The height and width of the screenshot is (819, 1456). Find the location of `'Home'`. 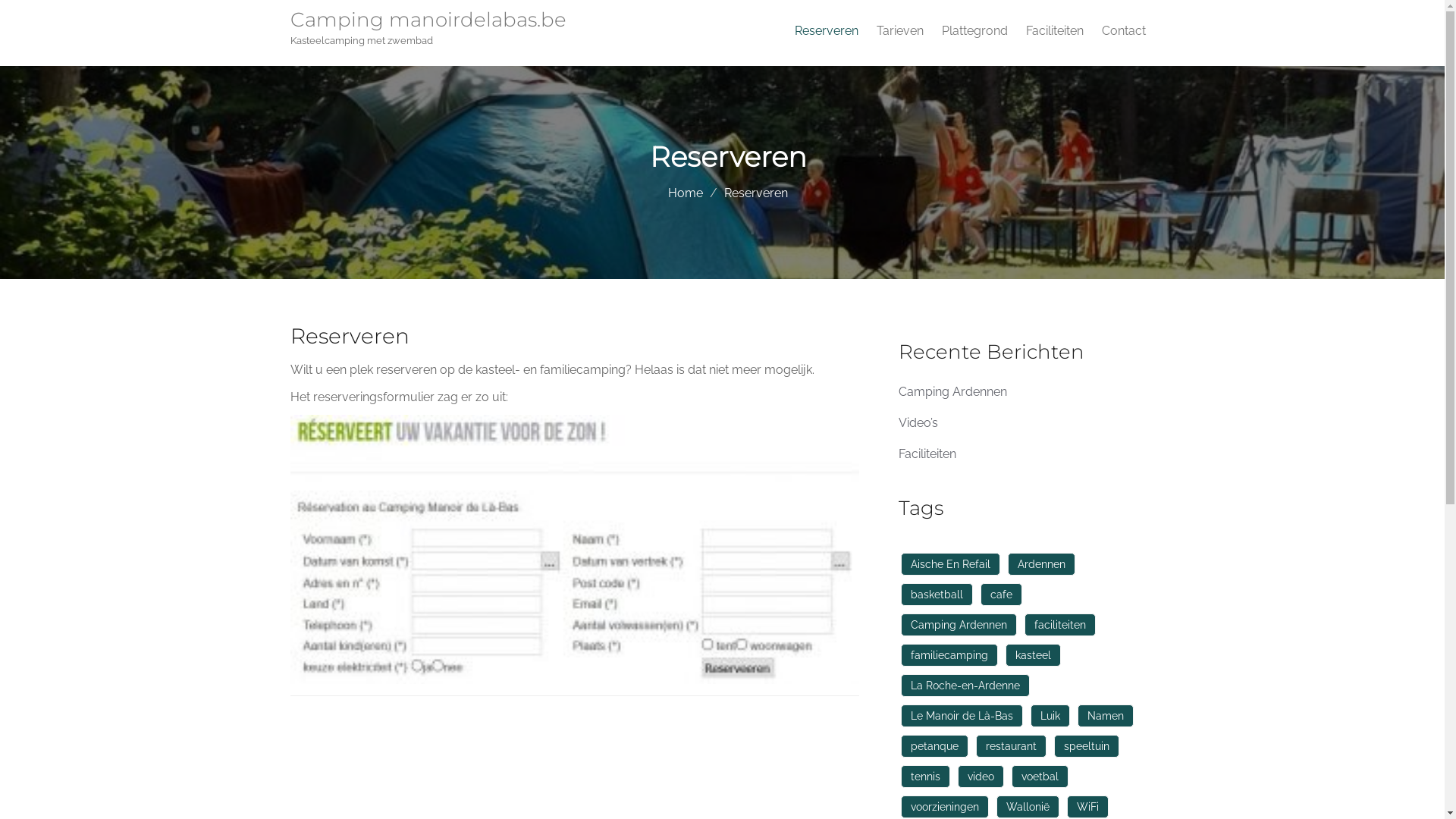

'Home' is located at coordinates (684, 192).